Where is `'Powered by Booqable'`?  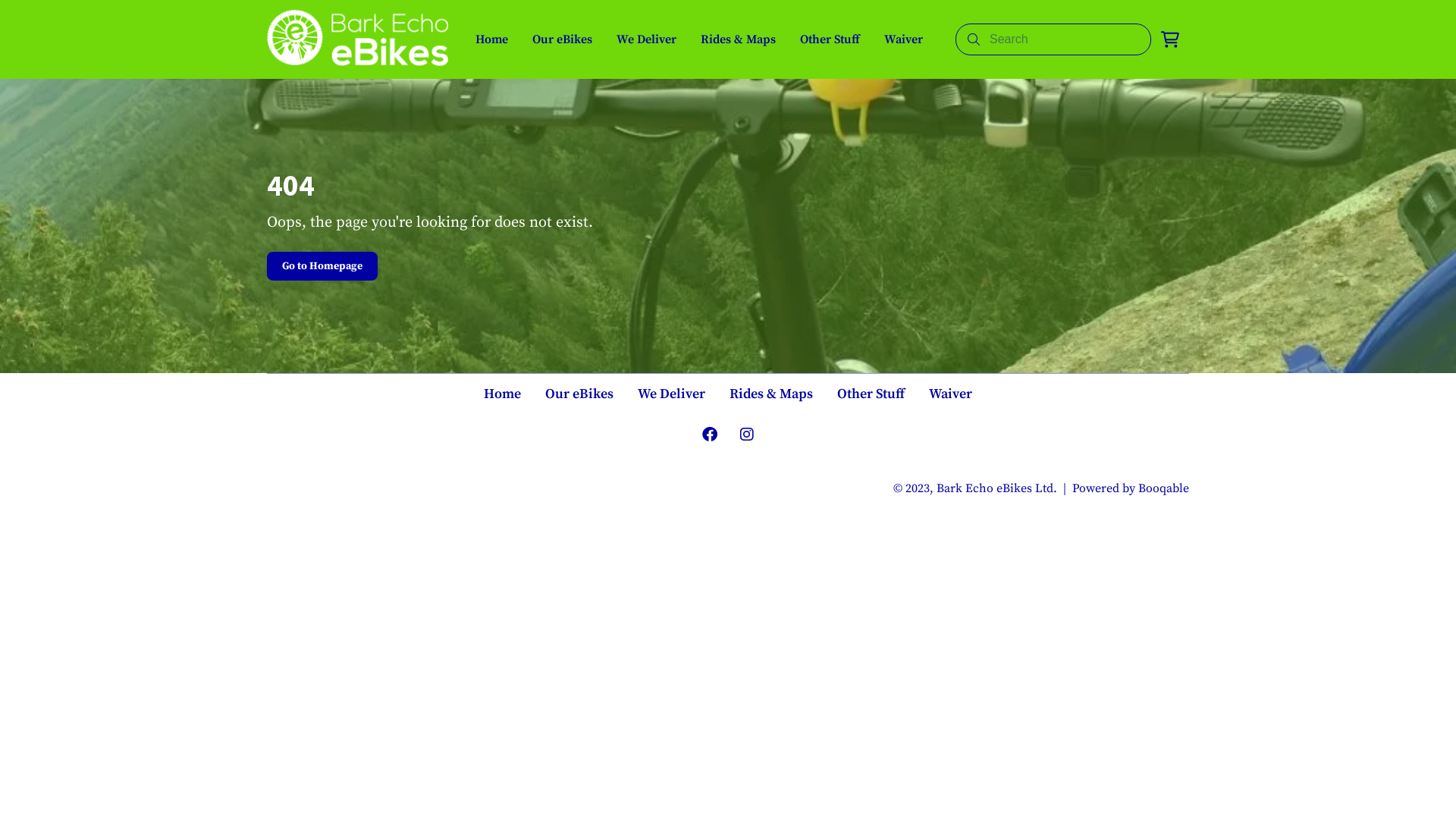
'Powered by Booqable' is located at coordinates (1131, 488).